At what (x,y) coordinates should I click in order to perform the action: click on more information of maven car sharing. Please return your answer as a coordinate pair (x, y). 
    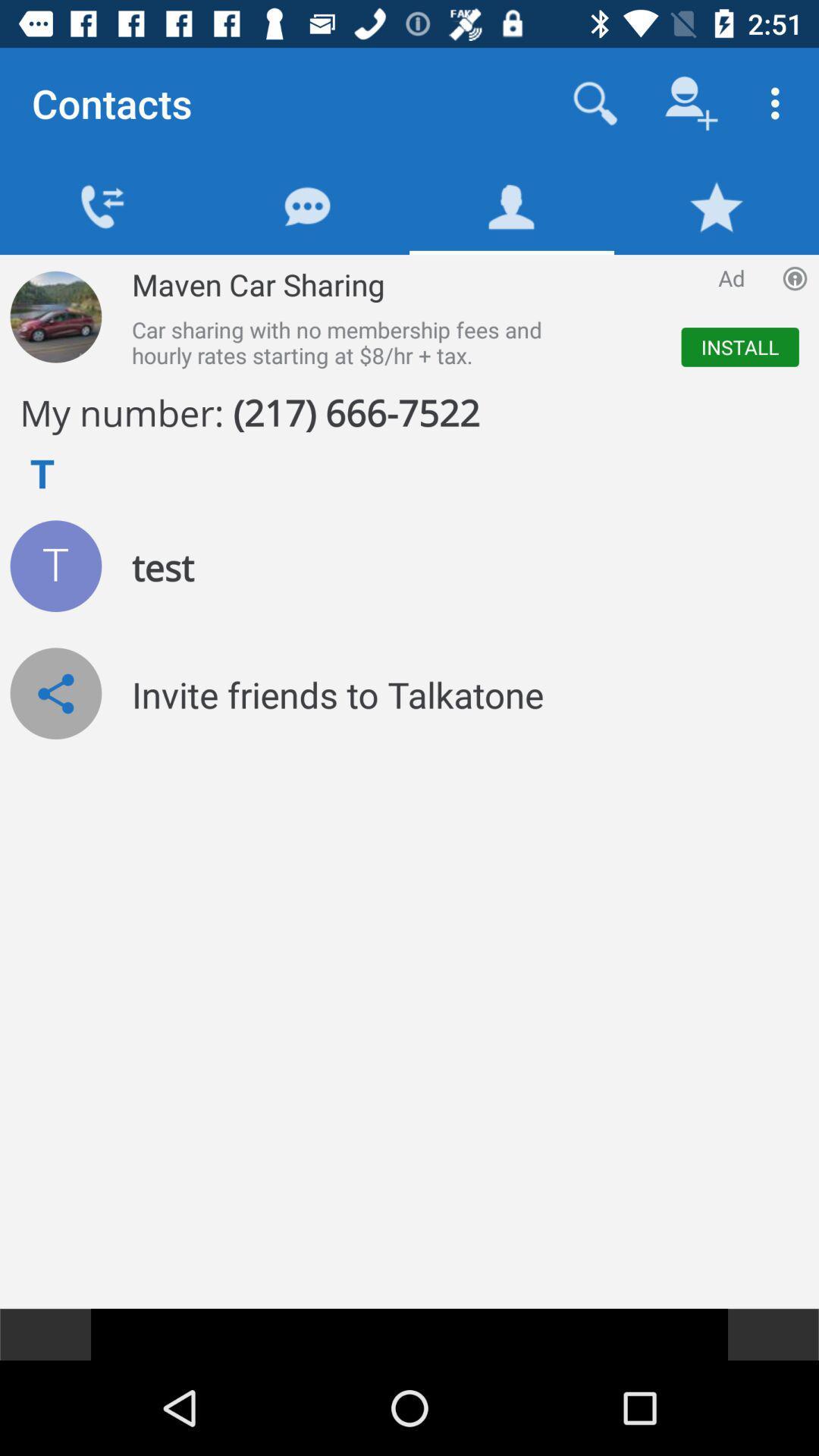
    Looking at the image, I should click on (55, 316).